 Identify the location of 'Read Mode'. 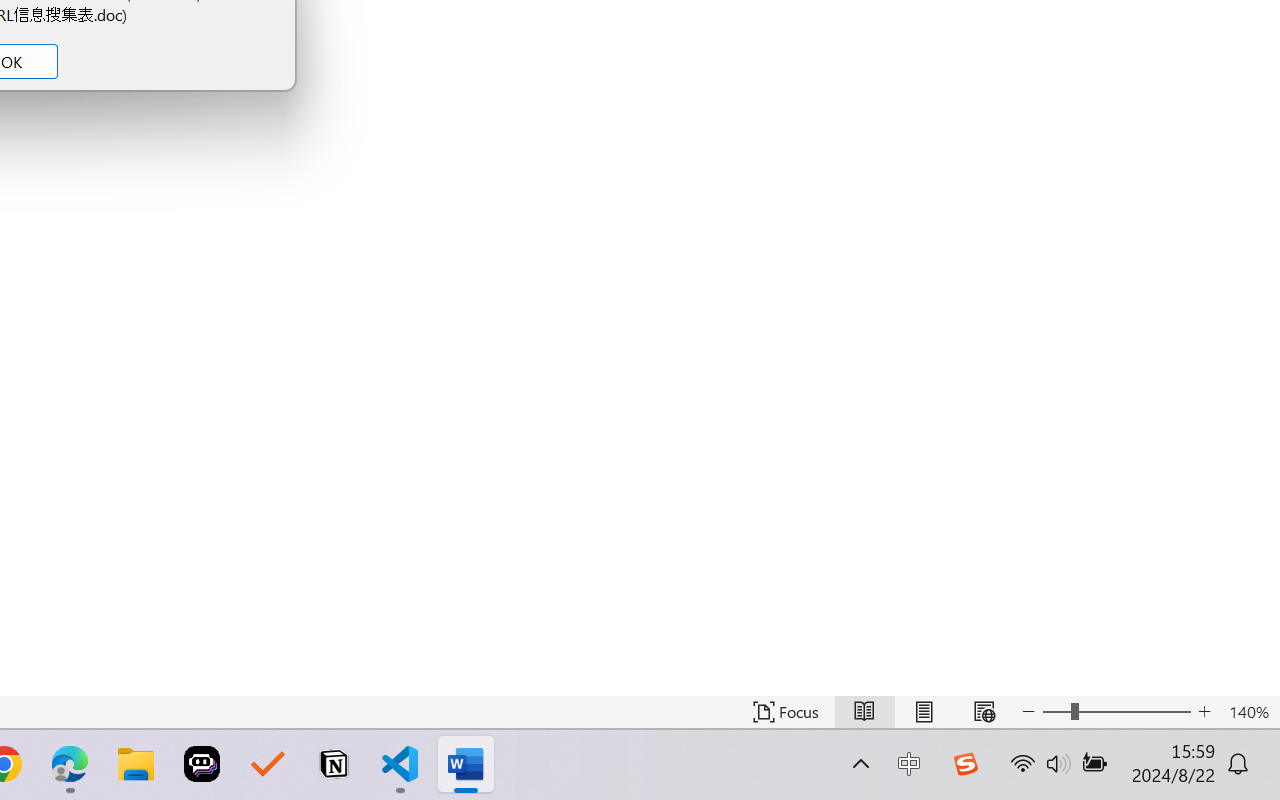
(864, 711).